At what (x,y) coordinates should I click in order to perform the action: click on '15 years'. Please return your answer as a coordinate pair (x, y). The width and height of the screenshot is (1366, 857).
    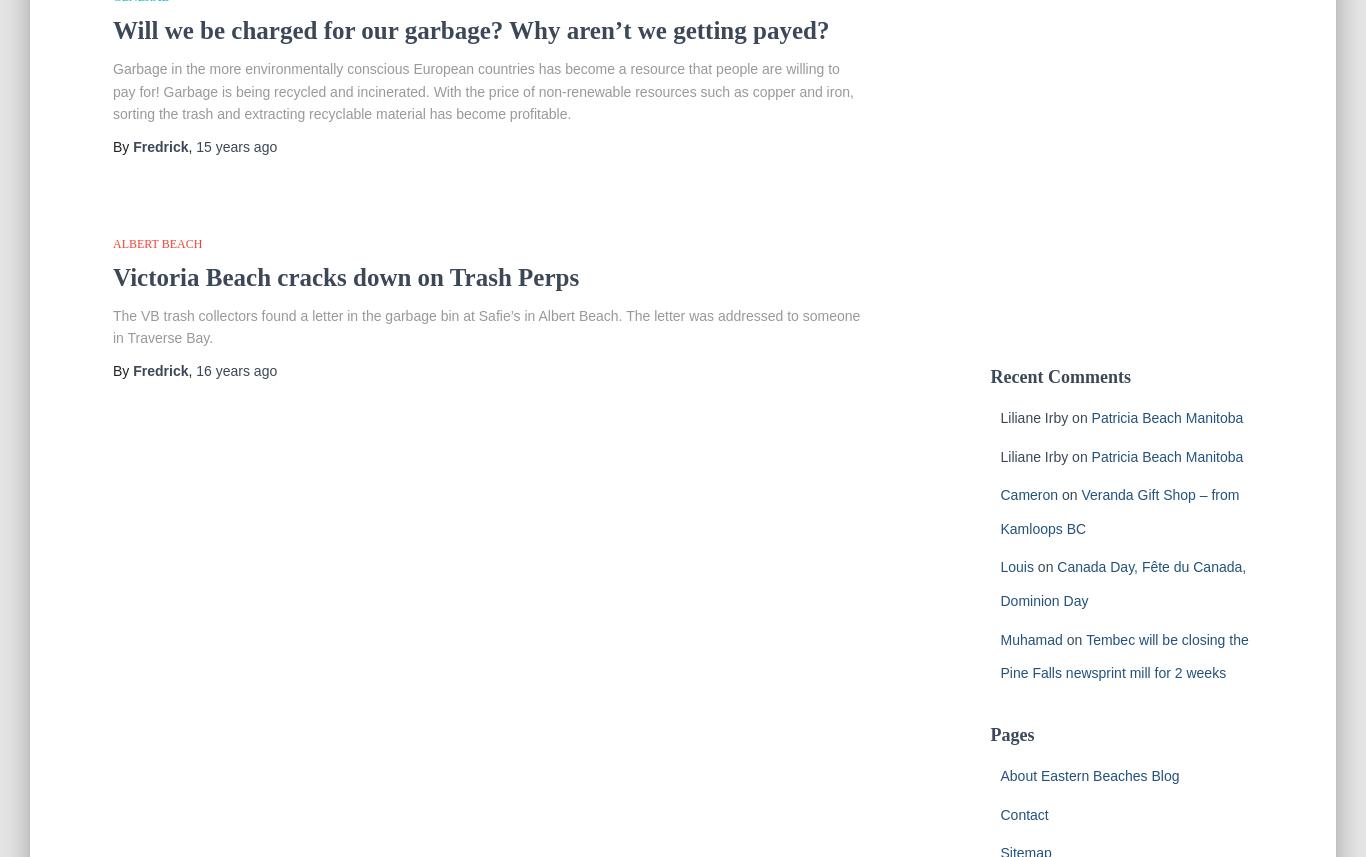
    Looking at the image, I should click on (195, 145).